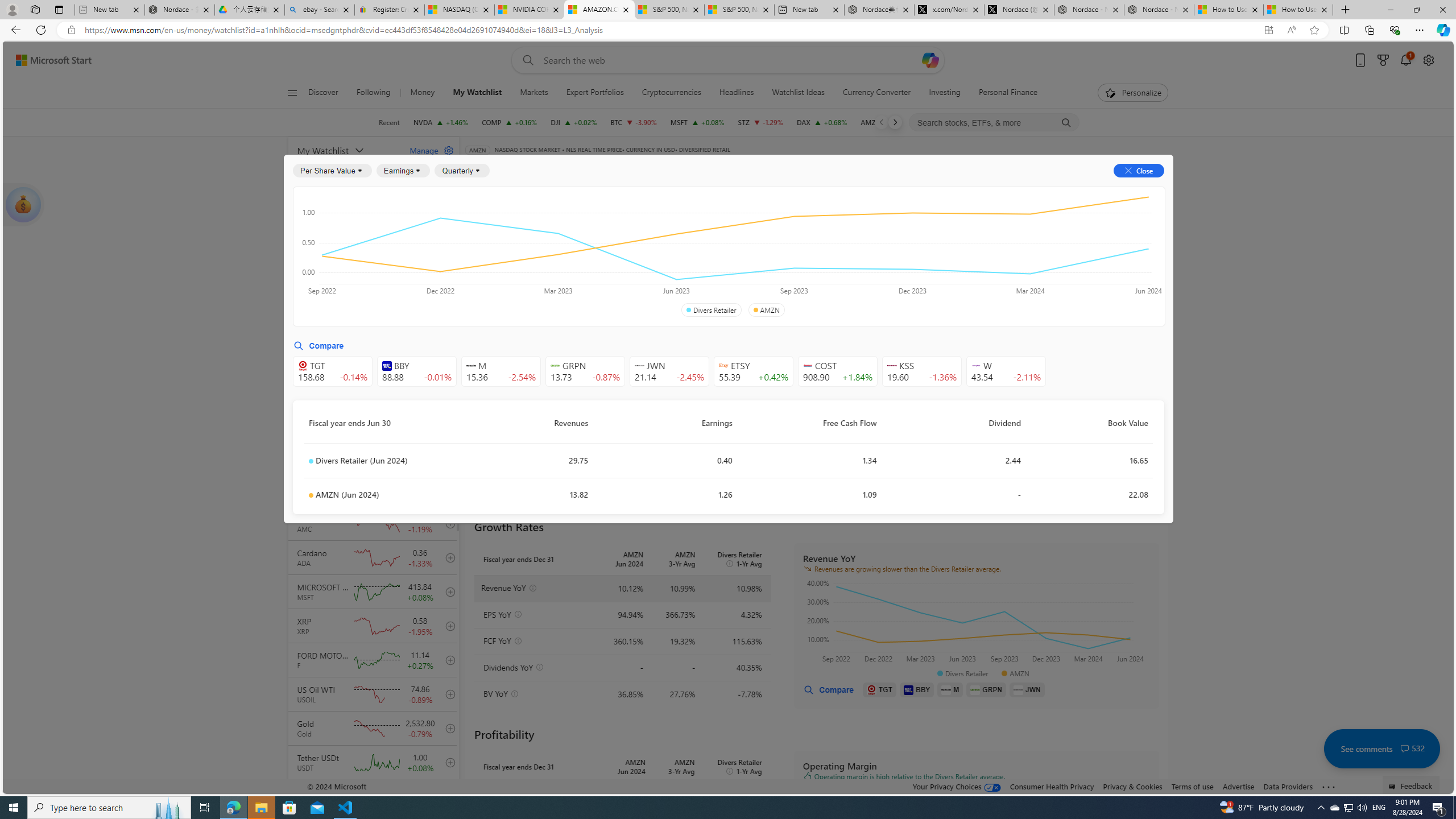 Image resolution: width=1456 pixels, height=819 pixels. Describe the element at coordinates (1394, 29) in the screenshot. I see `'Browser essentials'` at that location.